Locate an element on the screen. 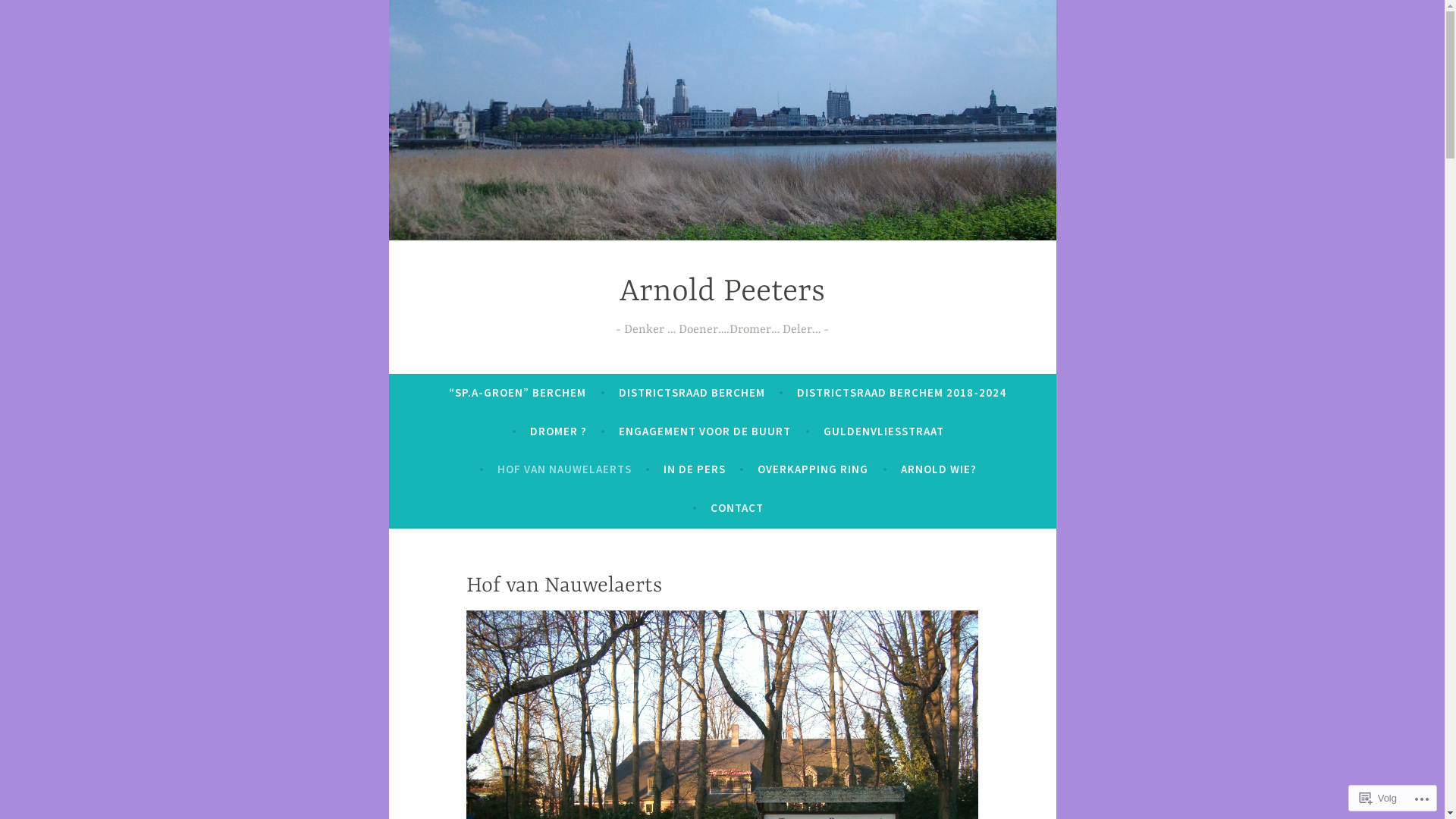 The height and width of the screenshot is (819, 1456). 'IN DE PERS' is located at coordinates (694, 468).